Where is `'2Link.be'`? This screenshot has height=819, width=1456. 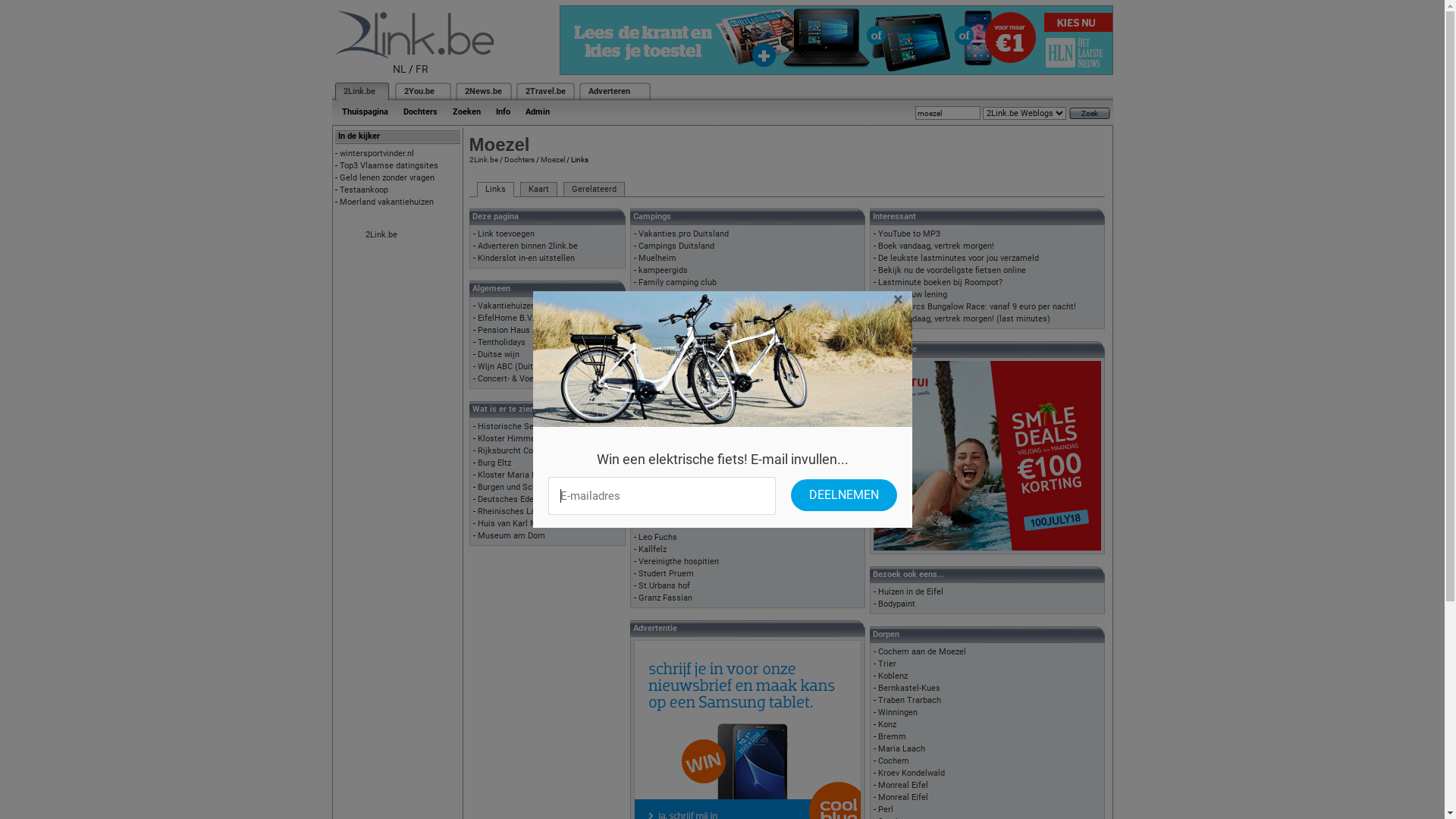 '2Link.be' is located at coordinates (341, 91).